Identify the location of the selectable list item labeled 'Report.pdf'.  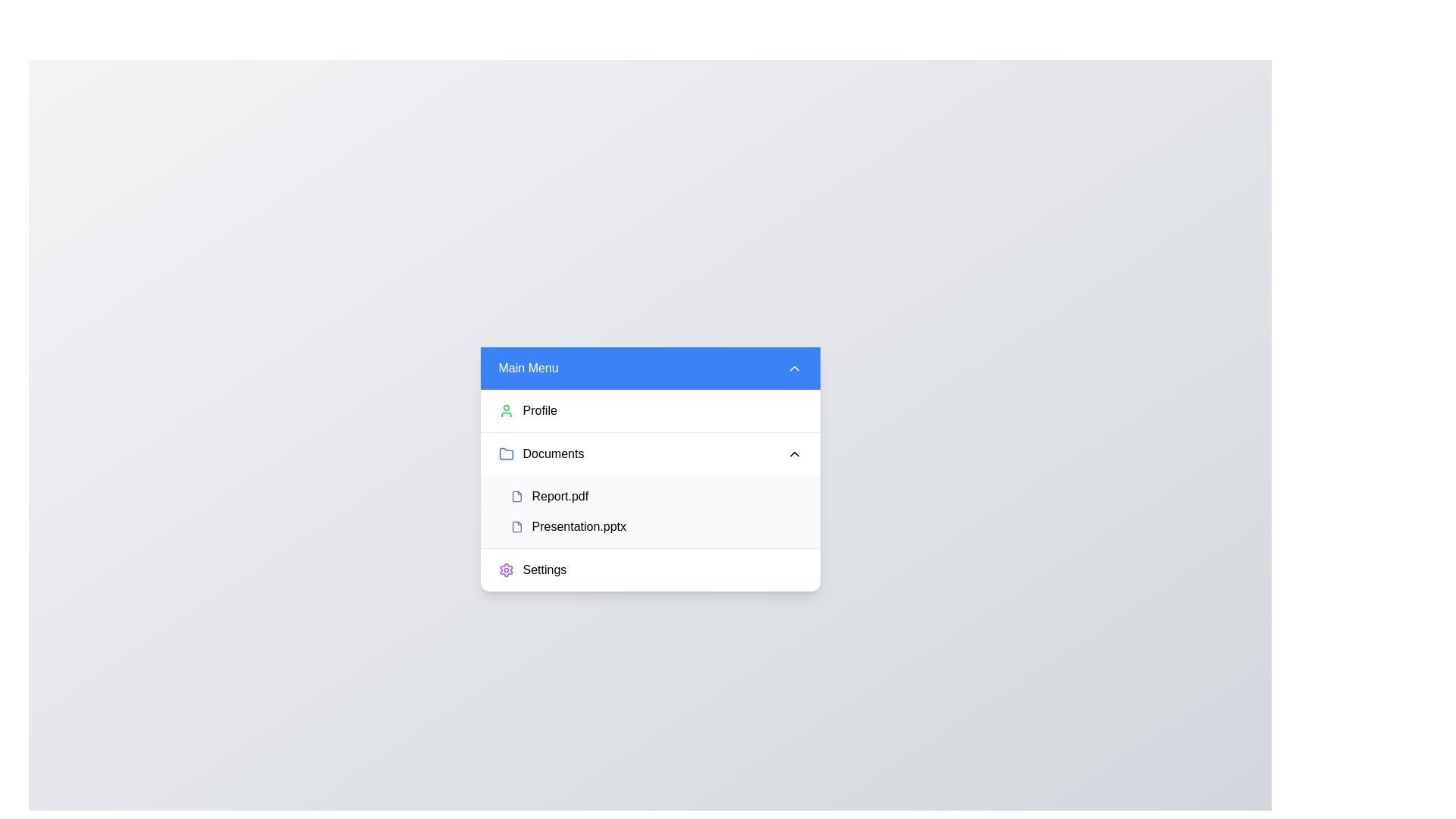
(665, 497).